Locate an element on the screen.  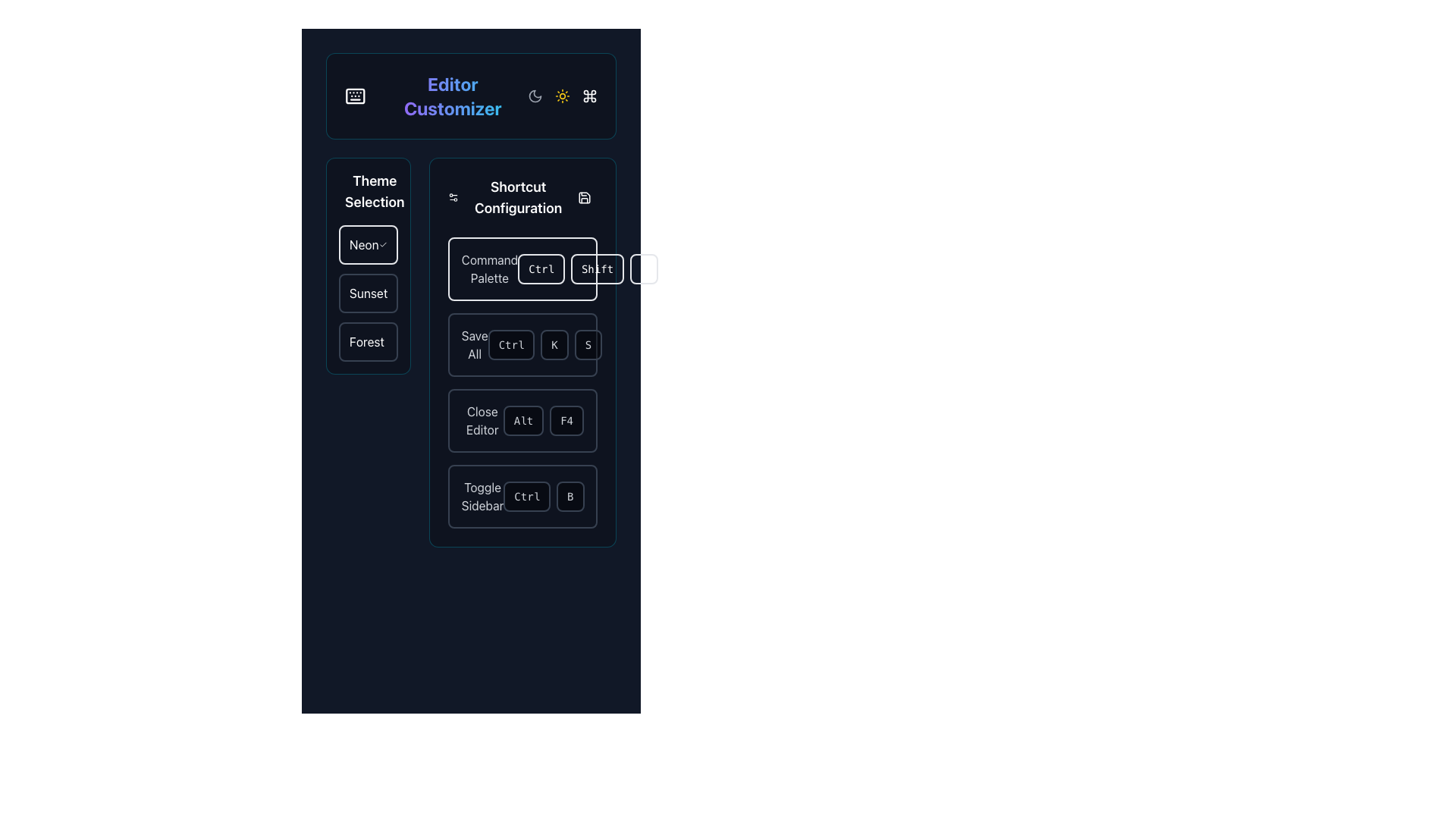
the 'Ctrl' button, which is a rectangular button with a dark background and light-gray monospace text, to simulate pressing 'Ctrl' is located at coordinates (522, 345).